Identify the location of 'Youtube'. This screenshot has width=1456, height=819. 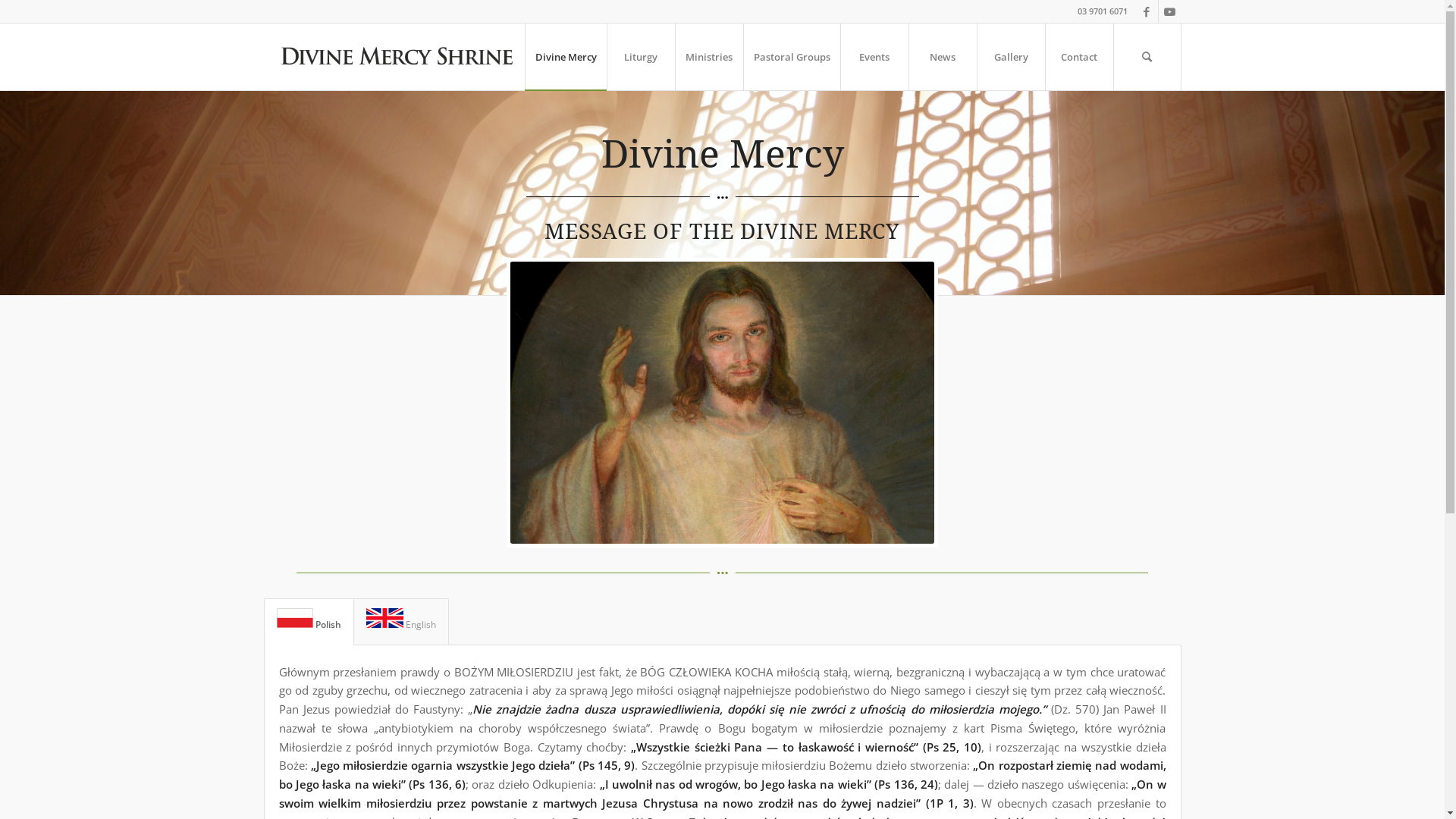
(1169, 11).